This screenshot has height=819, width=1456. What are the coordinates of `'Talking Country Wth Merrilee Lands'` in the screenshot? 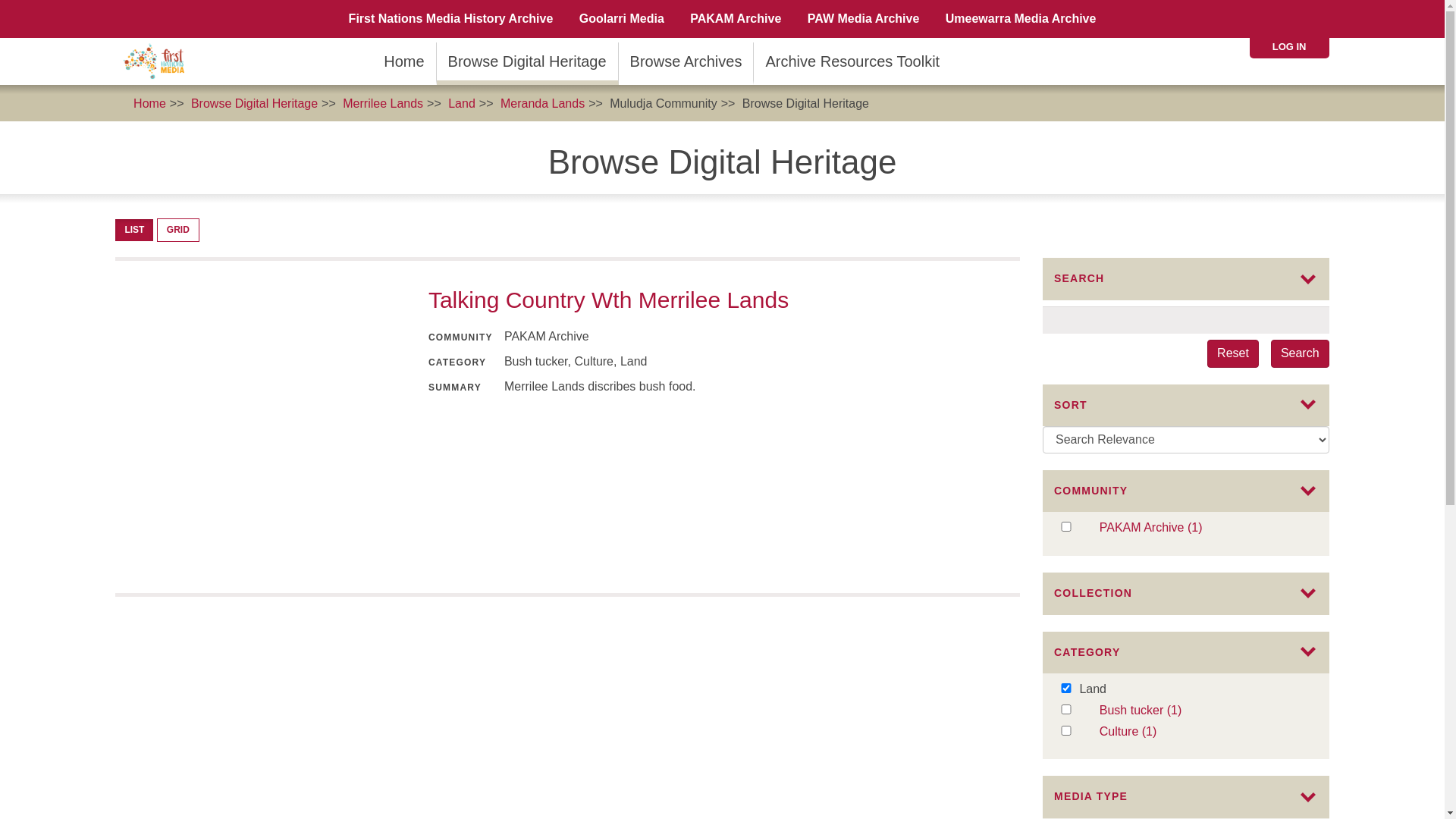 It's located at (608, 300).